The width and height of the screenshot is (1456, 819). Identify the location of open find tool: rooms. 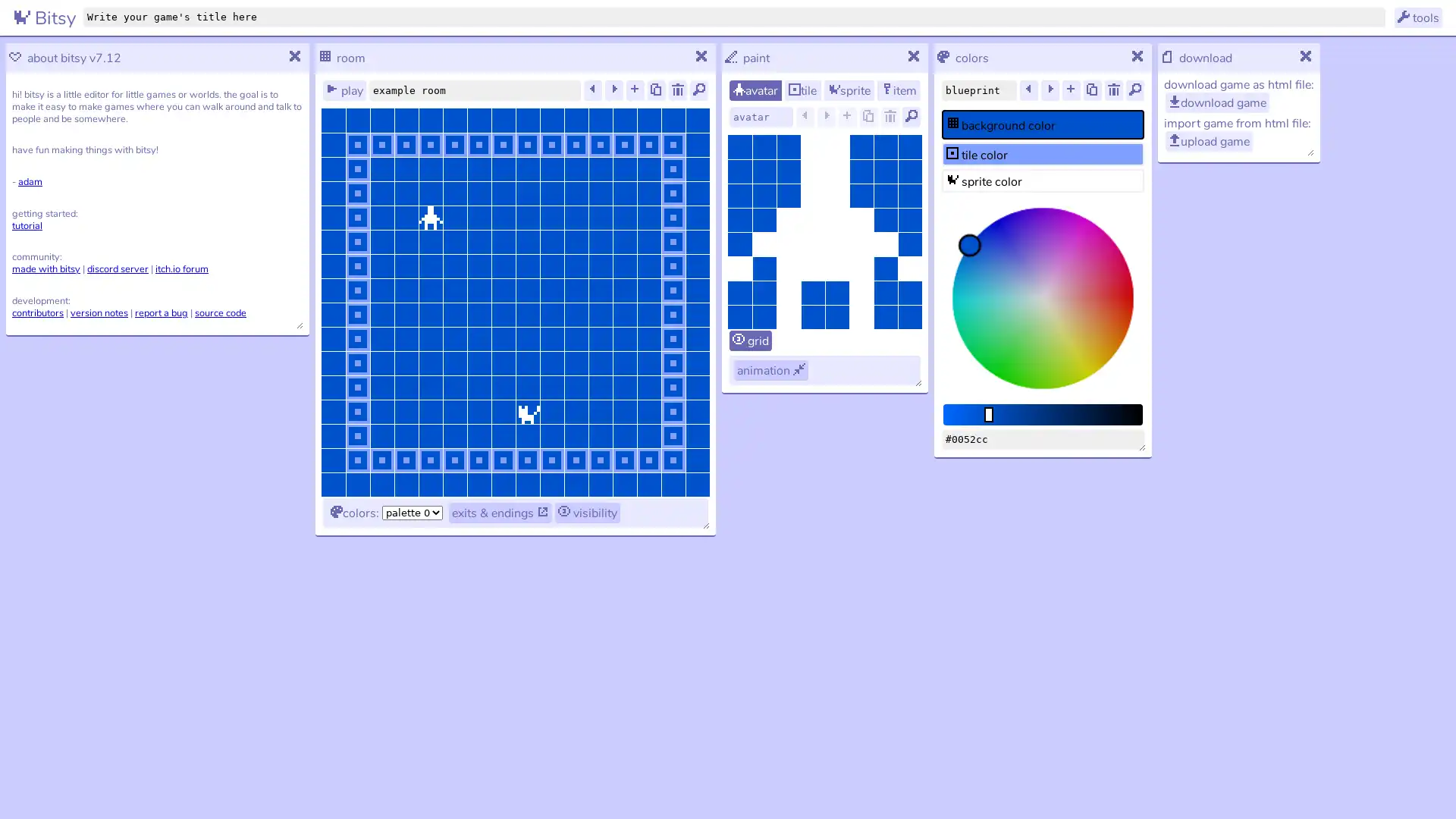
(698, 90).